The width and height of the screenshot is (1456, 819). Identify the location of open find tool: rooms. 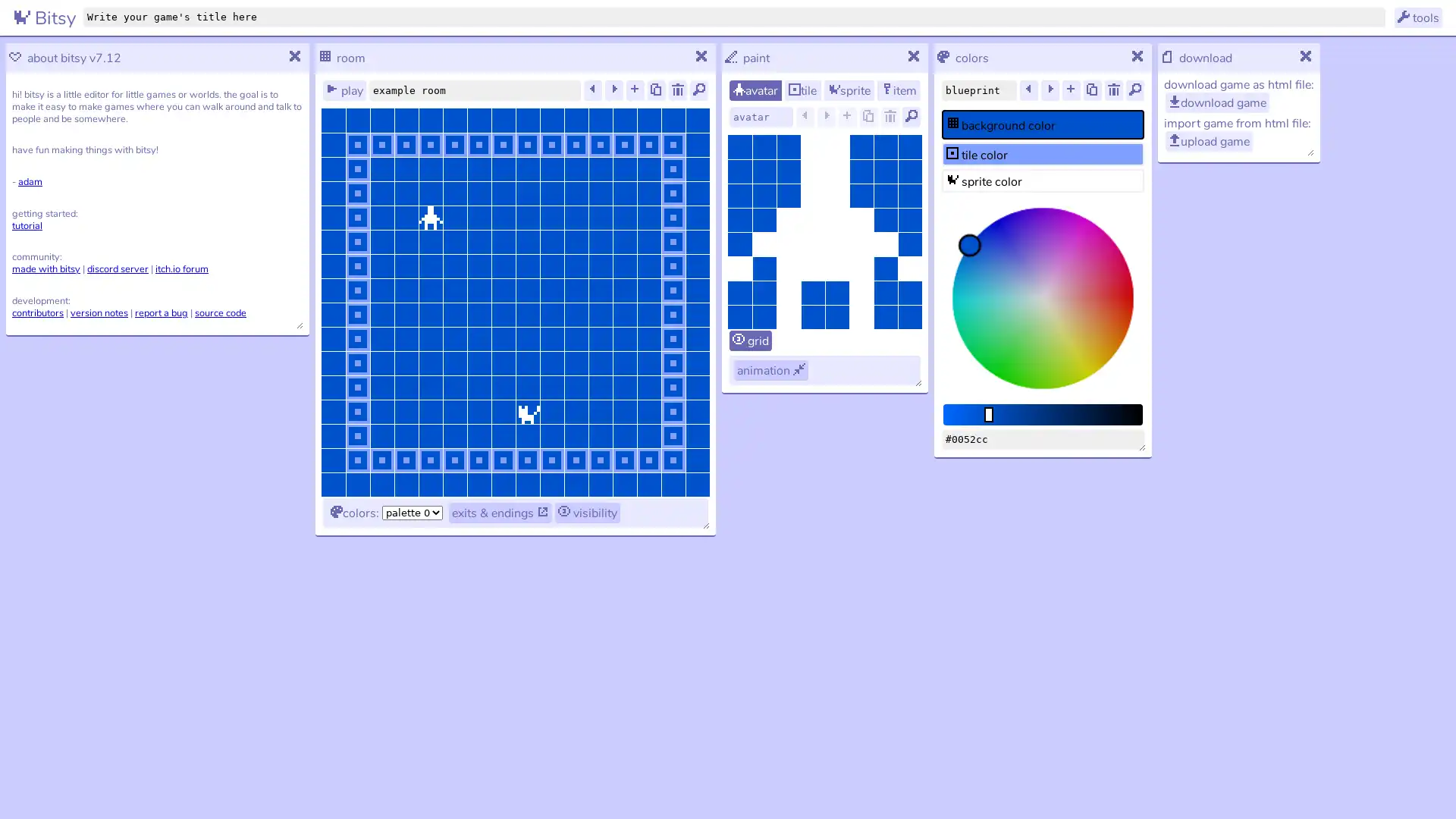
(698, 90).